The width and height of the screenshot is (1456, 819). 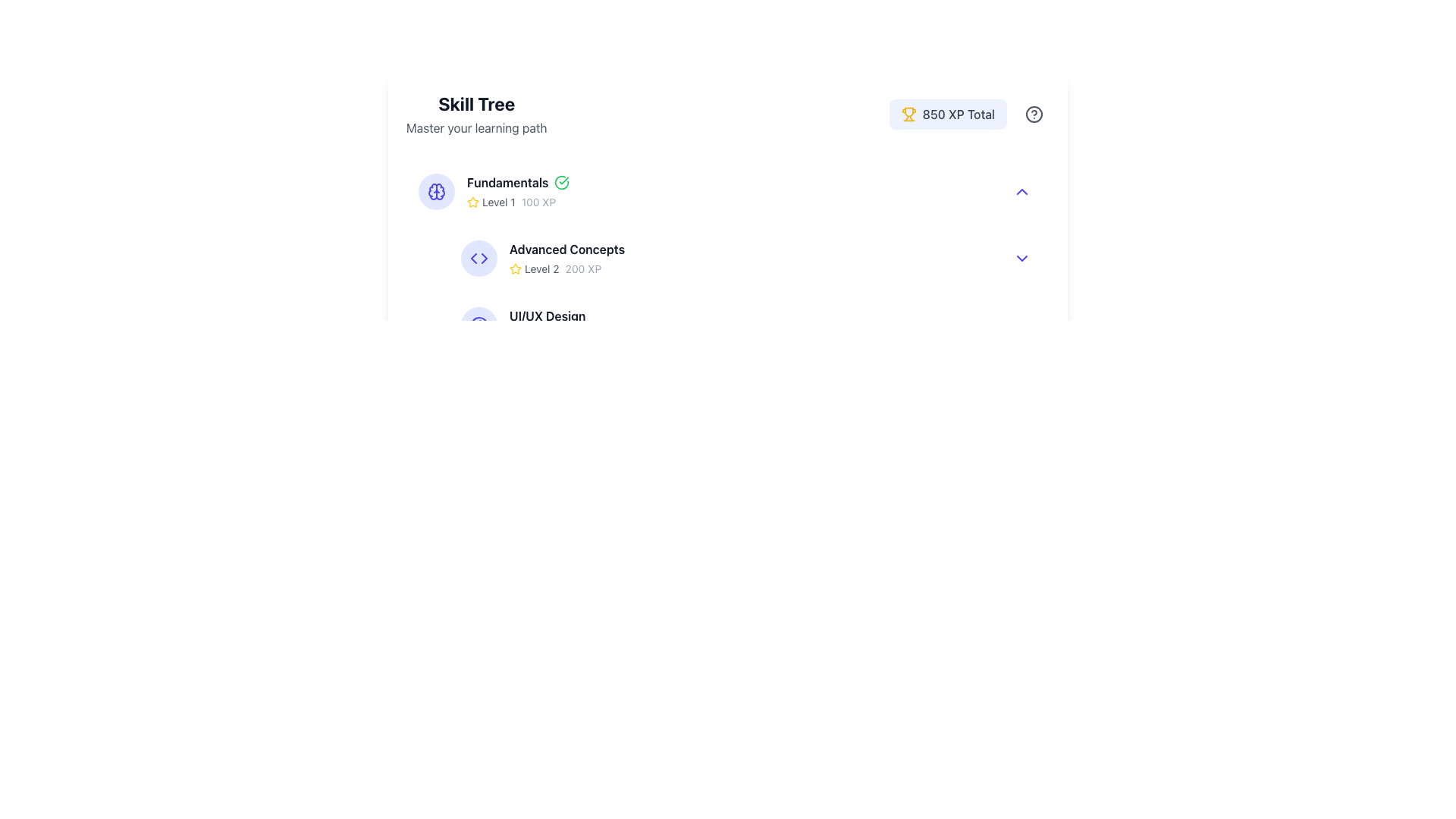 What do you see at coordinates (472, 201) in the screenshot?
I see `the yellow star icon filled with golden color, bordered with a thin black outline, located to the left of the text 'Level 1' and '100 XP', centrally aligned near the top of the subsection labeled 'Fundamentals'` at bounding box center [472, 201].